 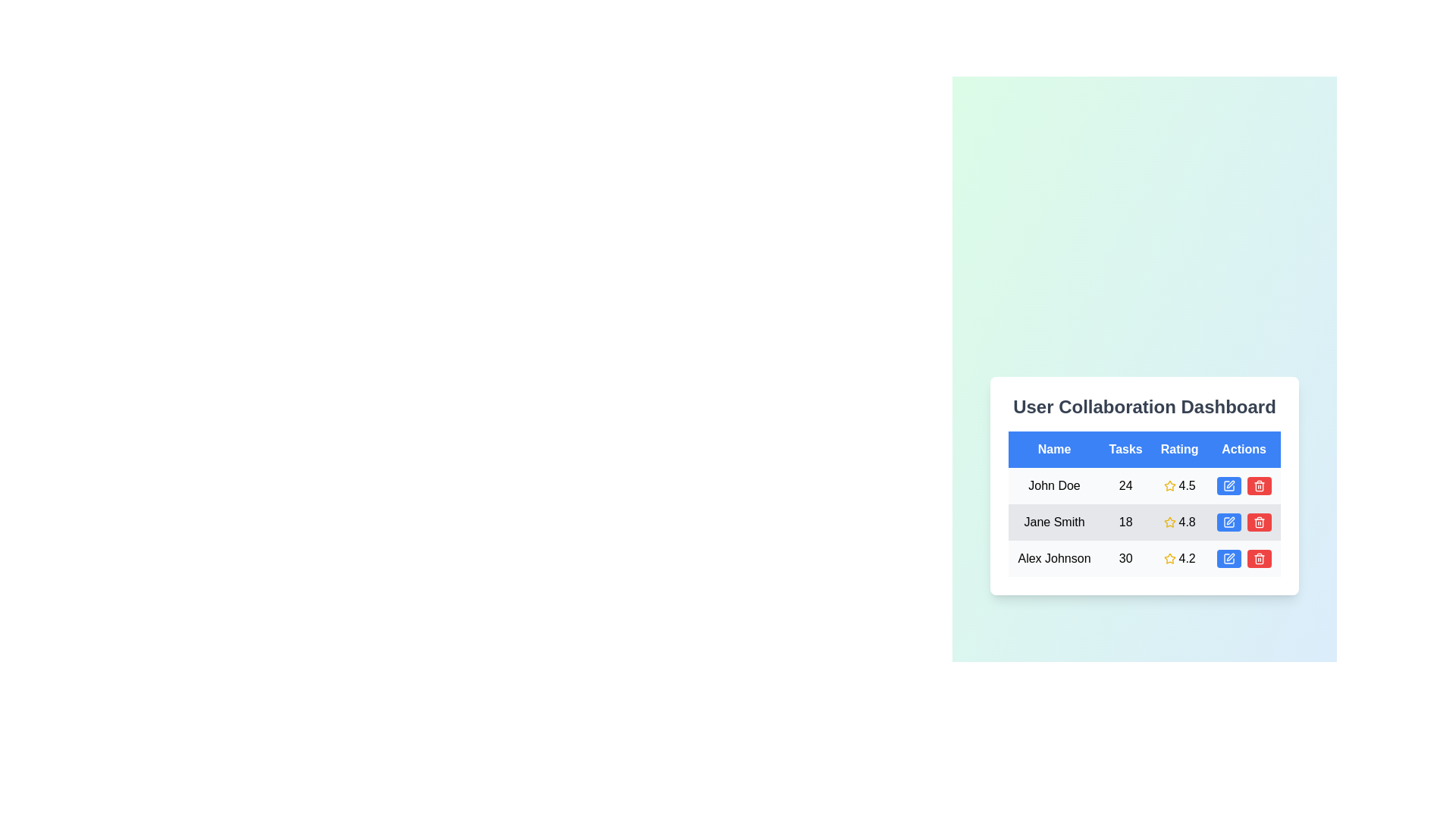 What do you see at coordinates (1053, 558) in the screenshot?
I see `the Text label displaying the user's name in the first column of the third row in the collaboration dashboard table` at bounding box center [1053, 558].